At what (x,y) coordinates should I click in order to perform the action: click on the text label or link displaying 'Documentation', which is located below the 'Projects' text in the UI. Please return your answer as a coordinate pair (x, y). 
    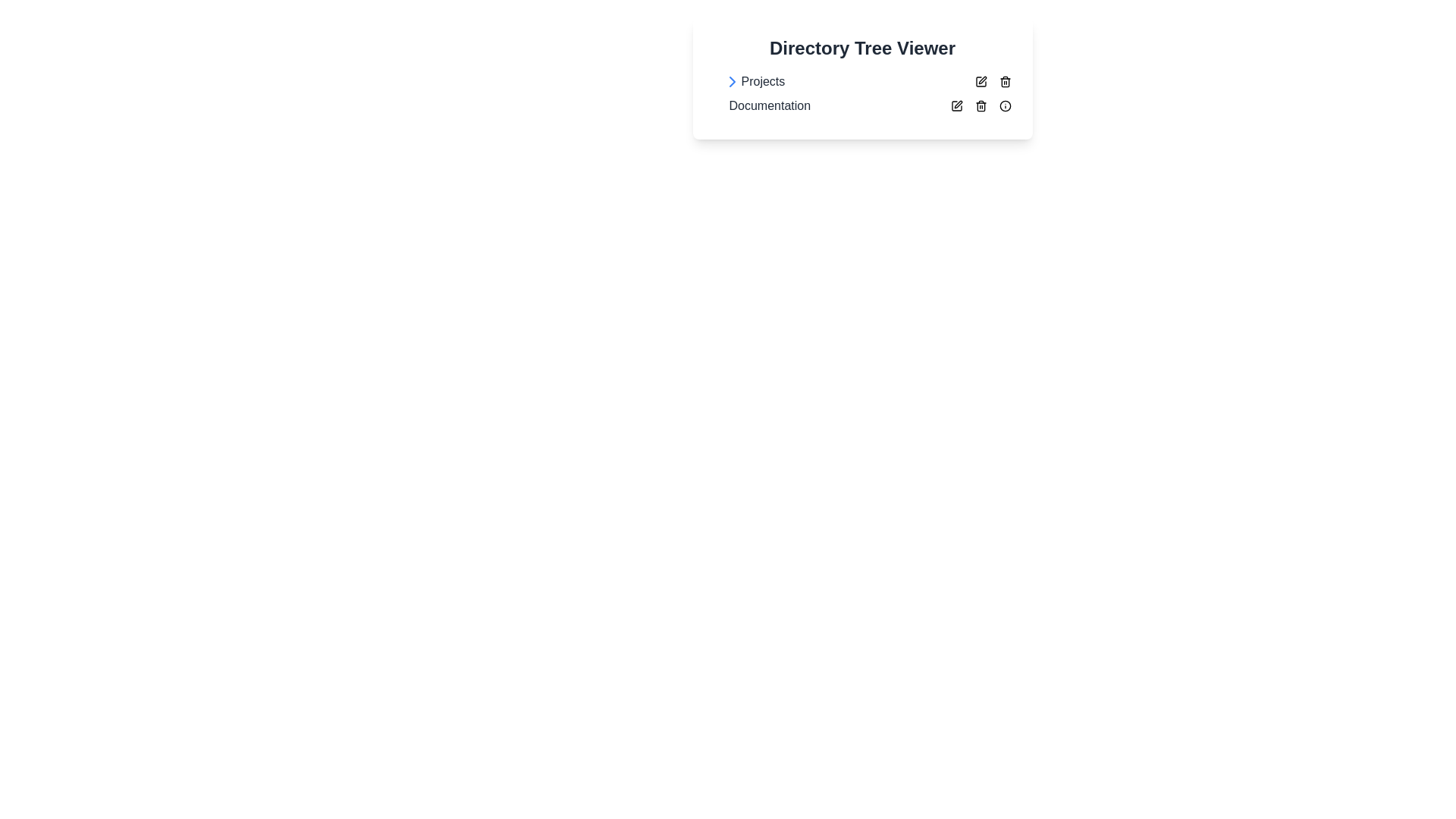
    Looking at the image, I should click on (770, 105).